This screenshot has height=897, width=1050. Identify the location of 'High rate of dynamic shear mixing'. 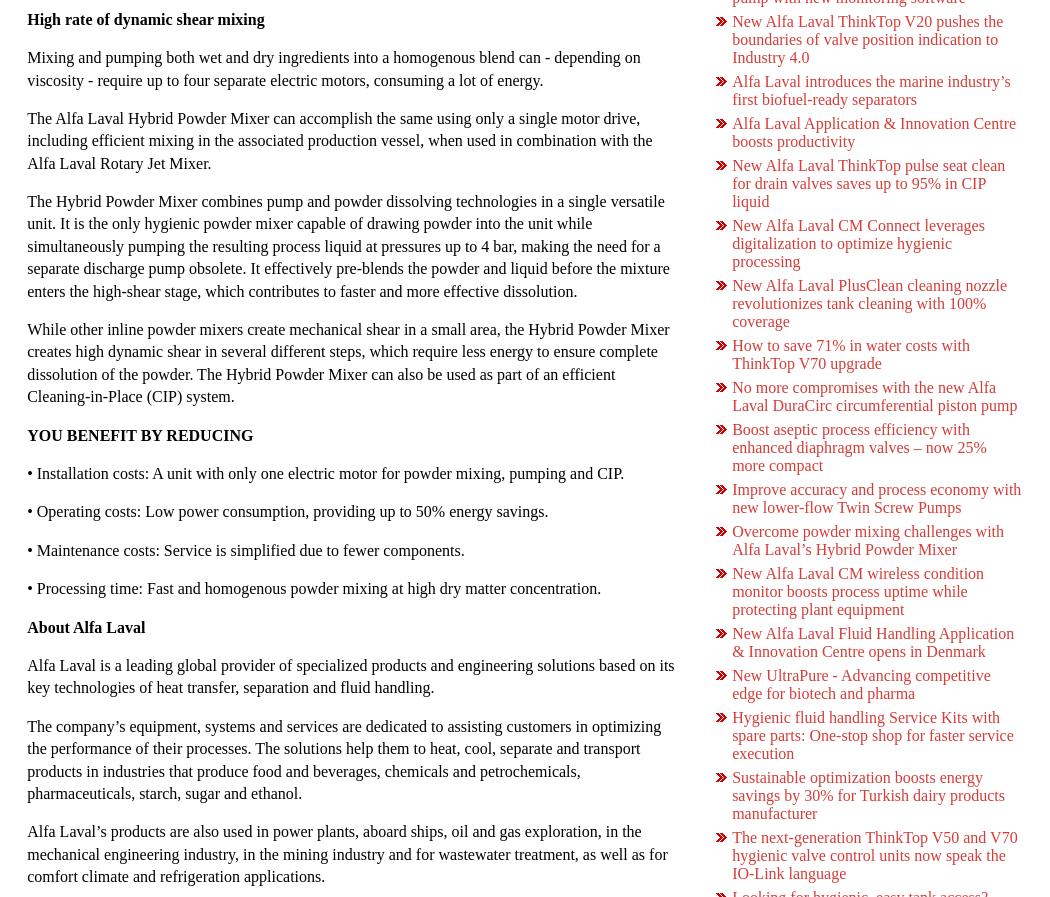
(144, 17).